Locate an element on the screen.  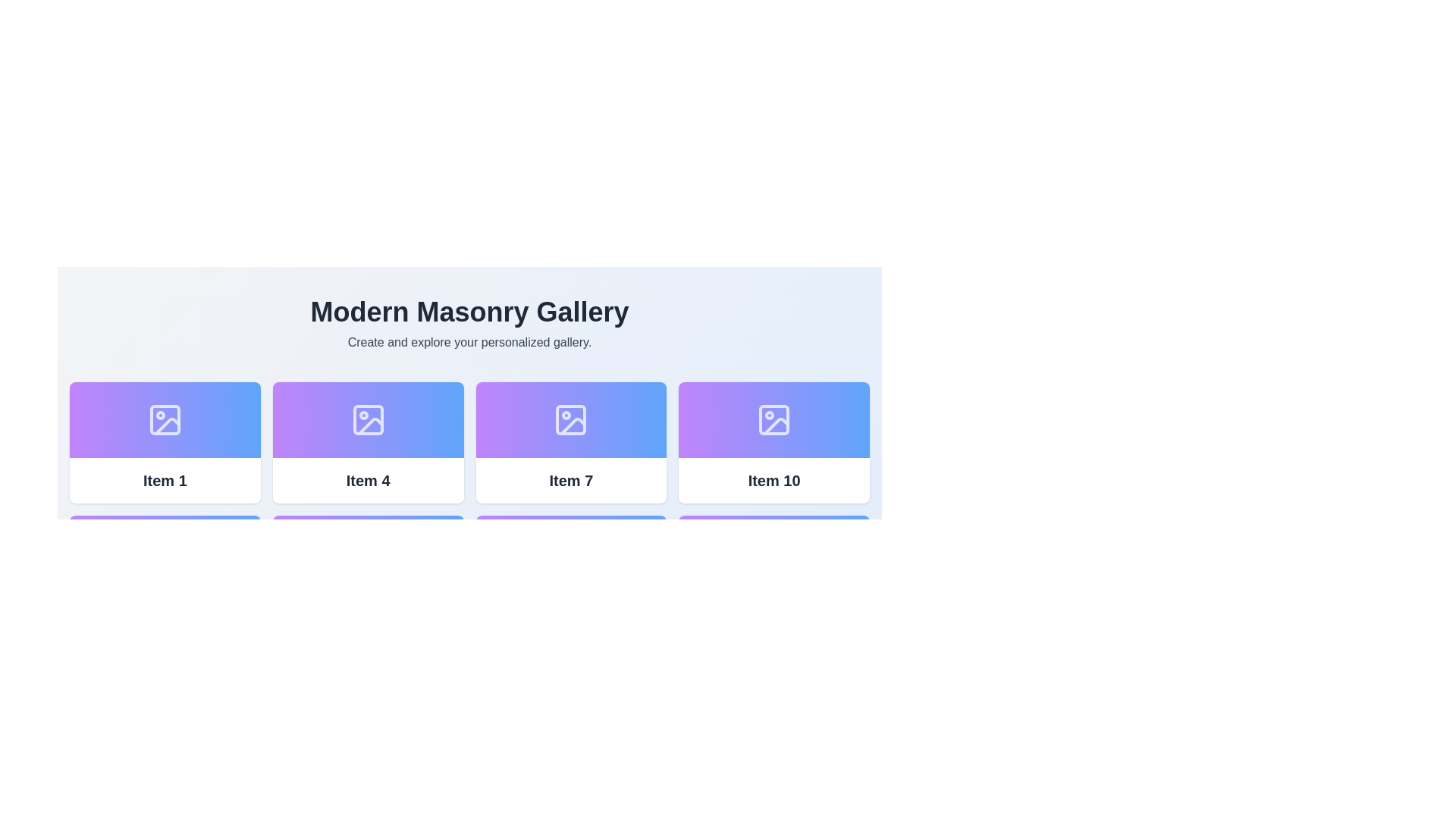
the tile with a gradient background transitioning from purple to blue, which contains a centered white icon and the label 'Item 10' in bold is located at coordinates (774, 442).